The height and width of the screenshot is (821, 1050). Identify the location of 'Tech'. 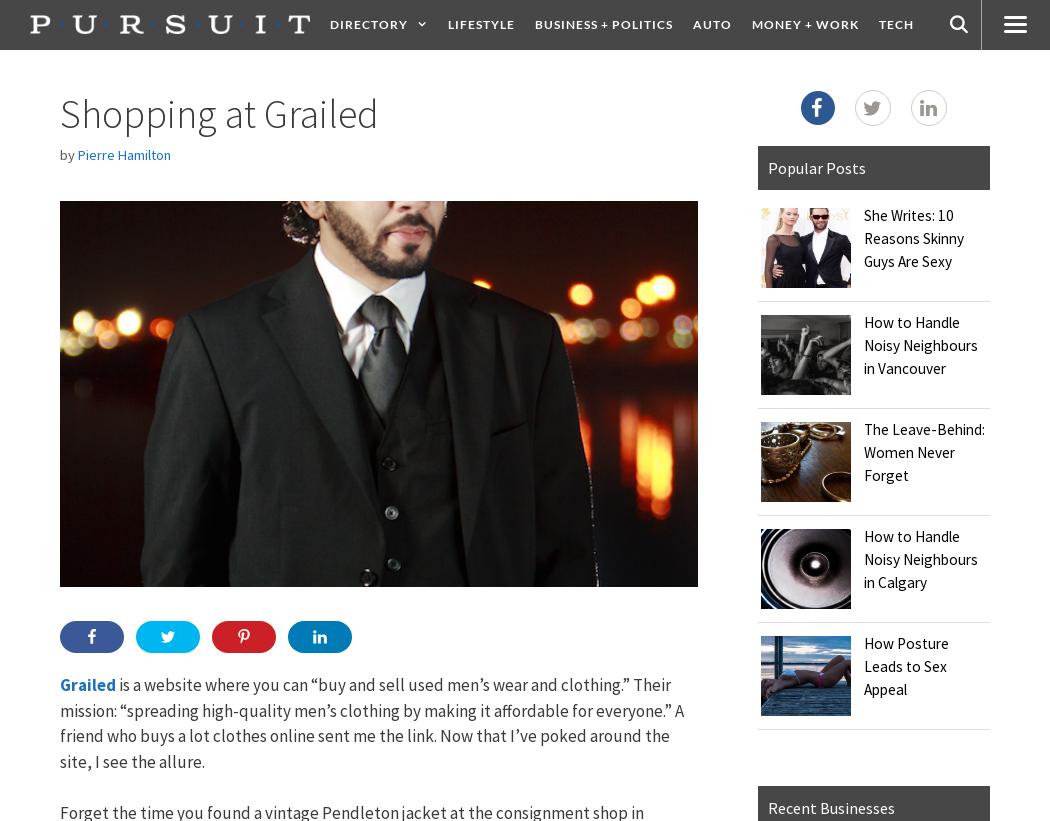
(894, 23).